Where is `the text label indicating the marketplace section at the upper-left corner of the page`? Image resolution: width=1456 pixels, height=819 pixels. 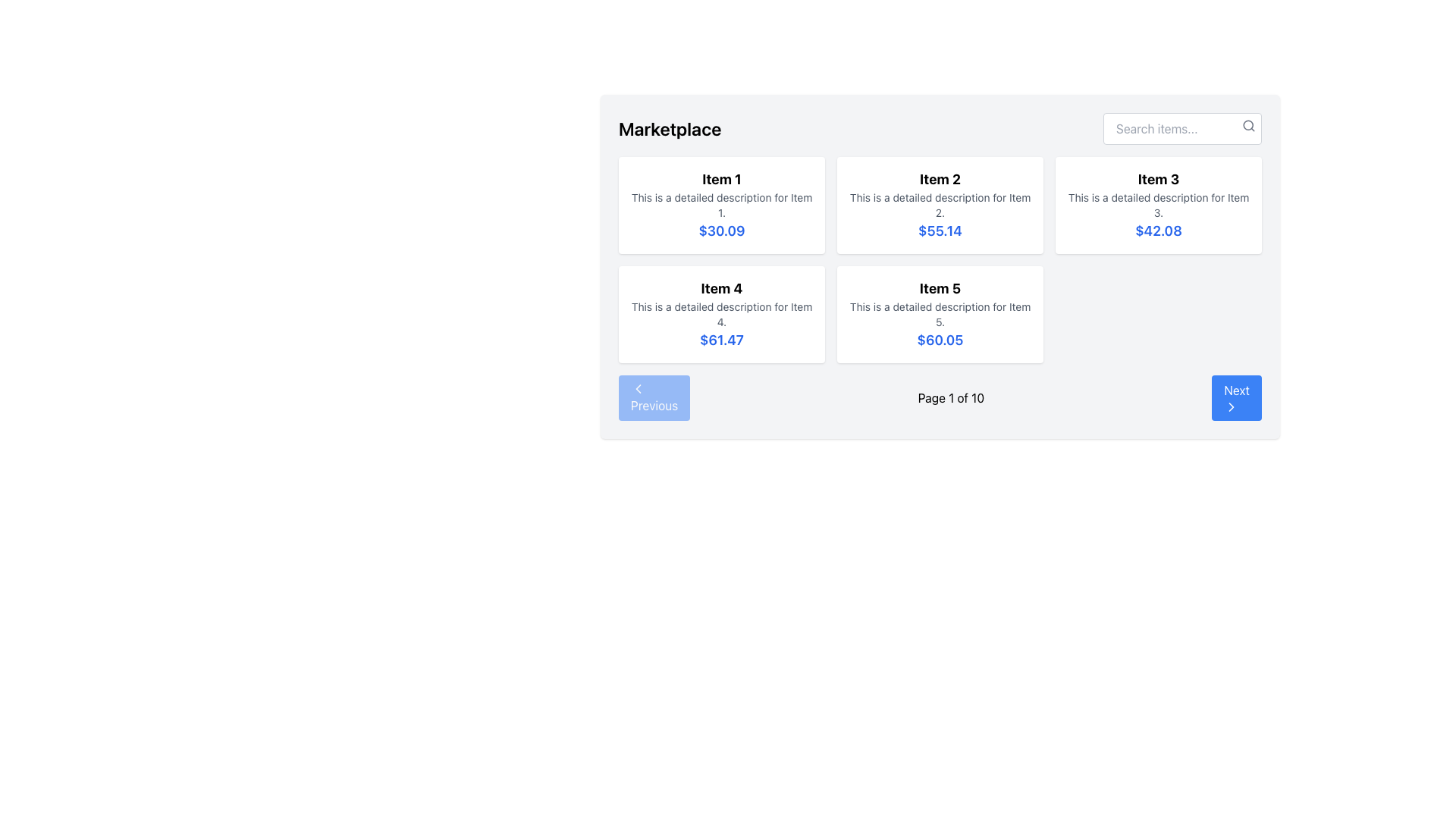
the text label indicating the marketplace section at the upper-left corner of the page is located at coordinates (669, 127).